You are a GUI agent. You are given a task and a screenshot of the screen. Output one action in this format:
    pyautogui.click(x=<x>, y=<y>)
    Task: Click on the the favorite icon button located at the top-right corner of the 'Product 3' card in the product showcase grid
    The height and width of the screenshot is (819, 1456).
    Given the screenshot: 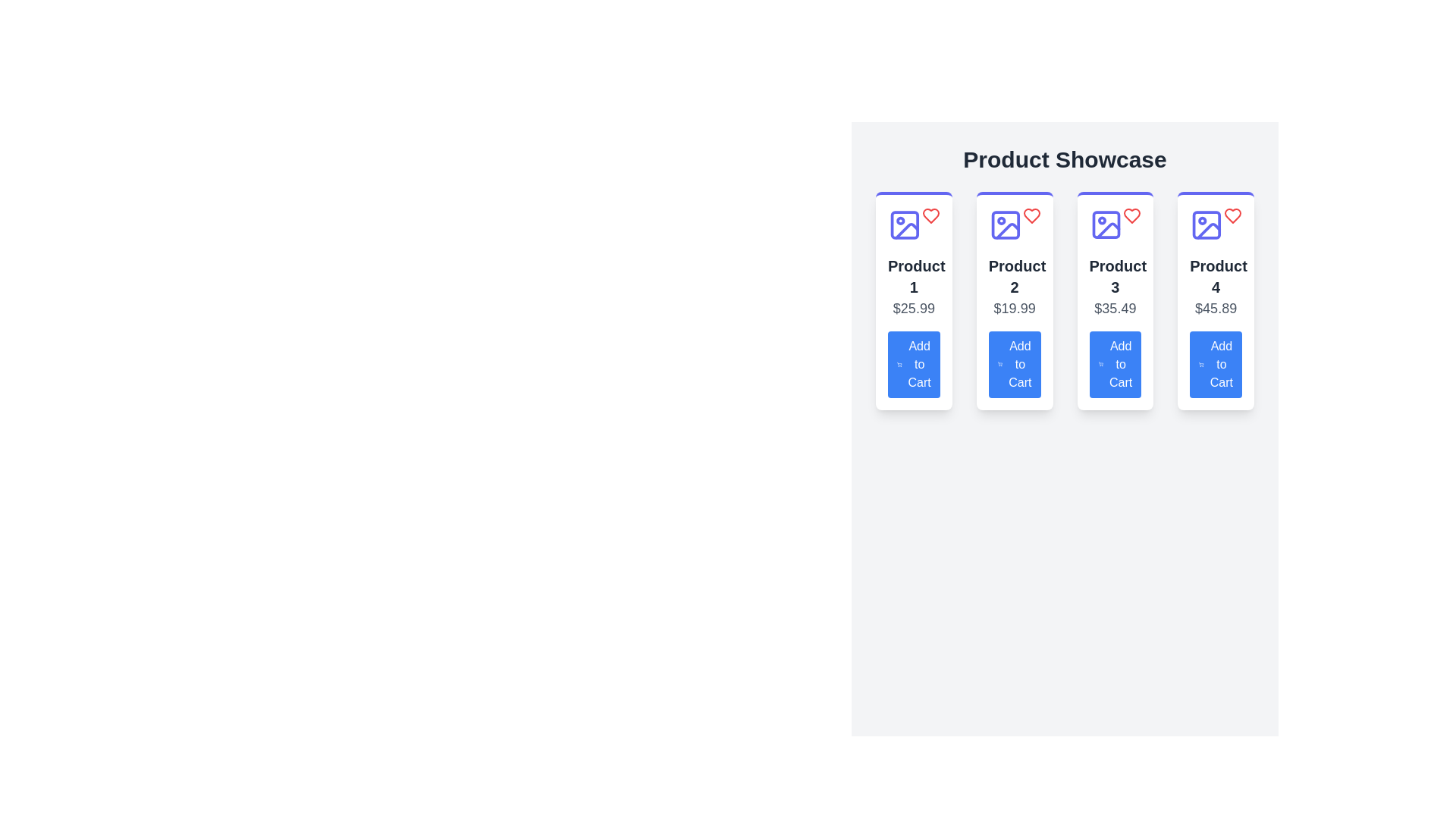 What is the action you would take?
    pyautogui.click(x=1132, y=216)
    